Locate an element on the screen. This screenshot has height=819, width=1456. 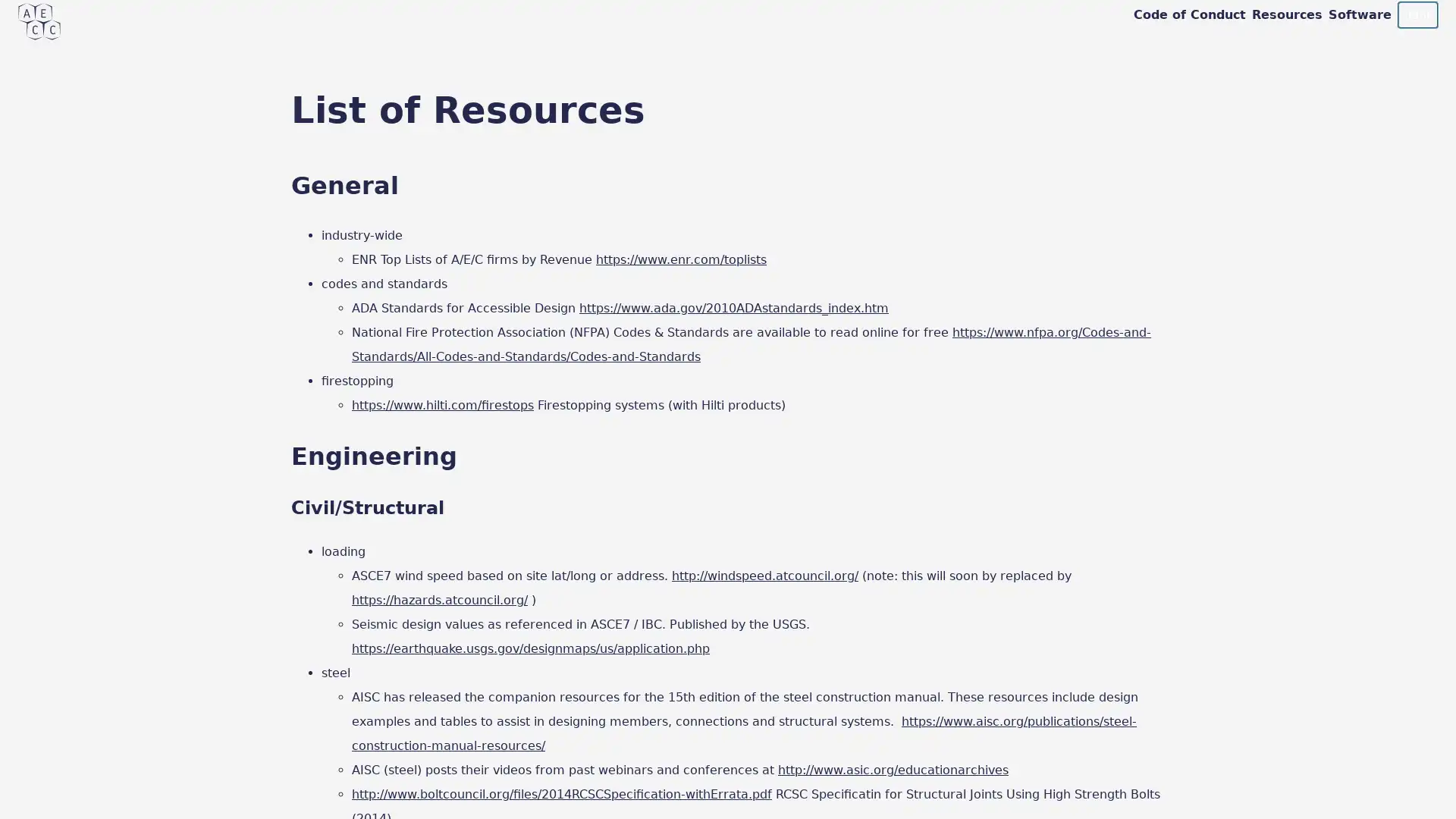
color mode is located at coordinates (1416, 14).